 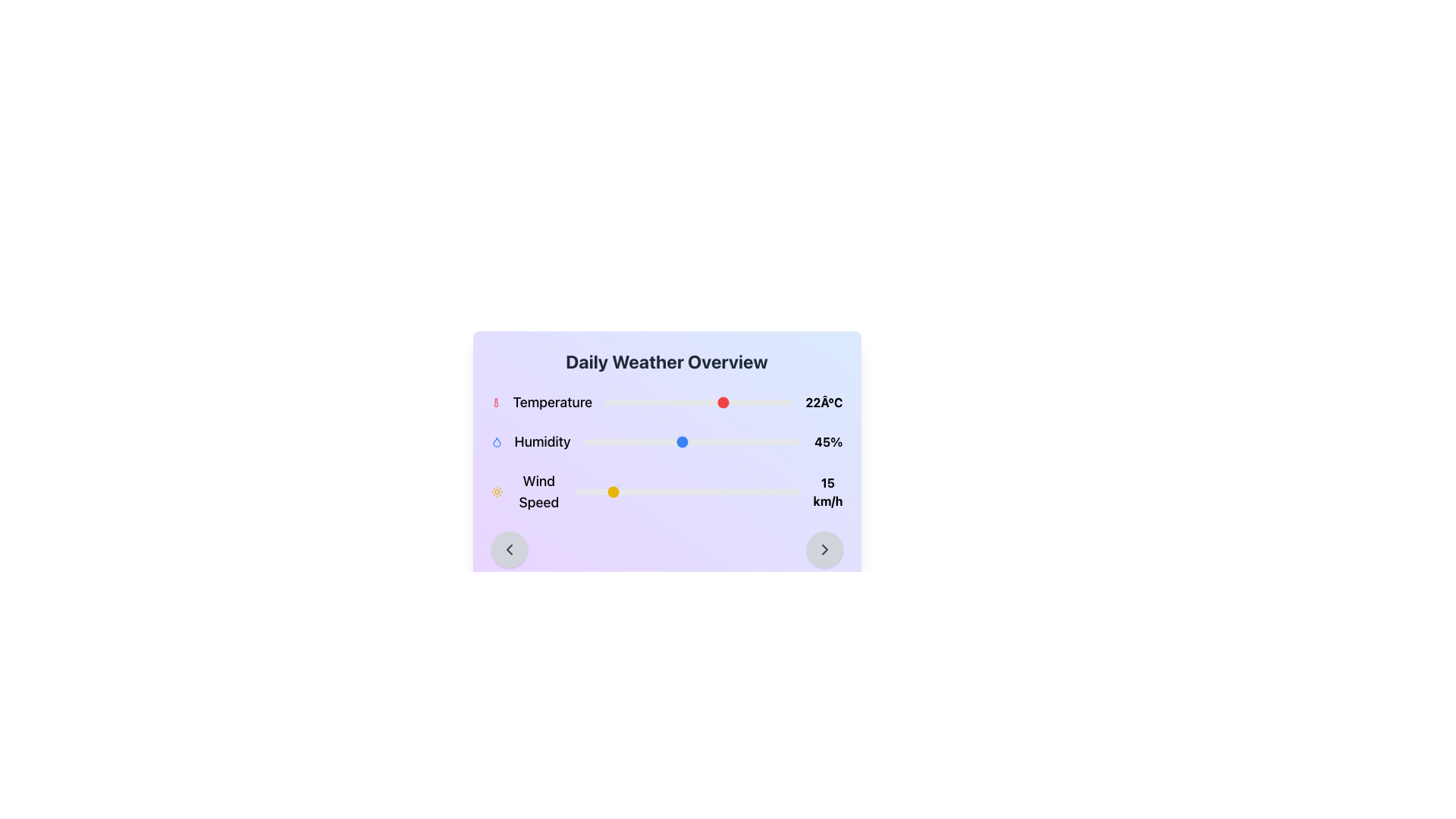 What do you see at coordinates (698, 402) in the screenshot?
I see `the temperature slider component, which is a horizontally oriented input type 'range' styled with a light gray body and a red circular handle, located prominently in the top section of the weather overview card` at bounding box center [698, 402].